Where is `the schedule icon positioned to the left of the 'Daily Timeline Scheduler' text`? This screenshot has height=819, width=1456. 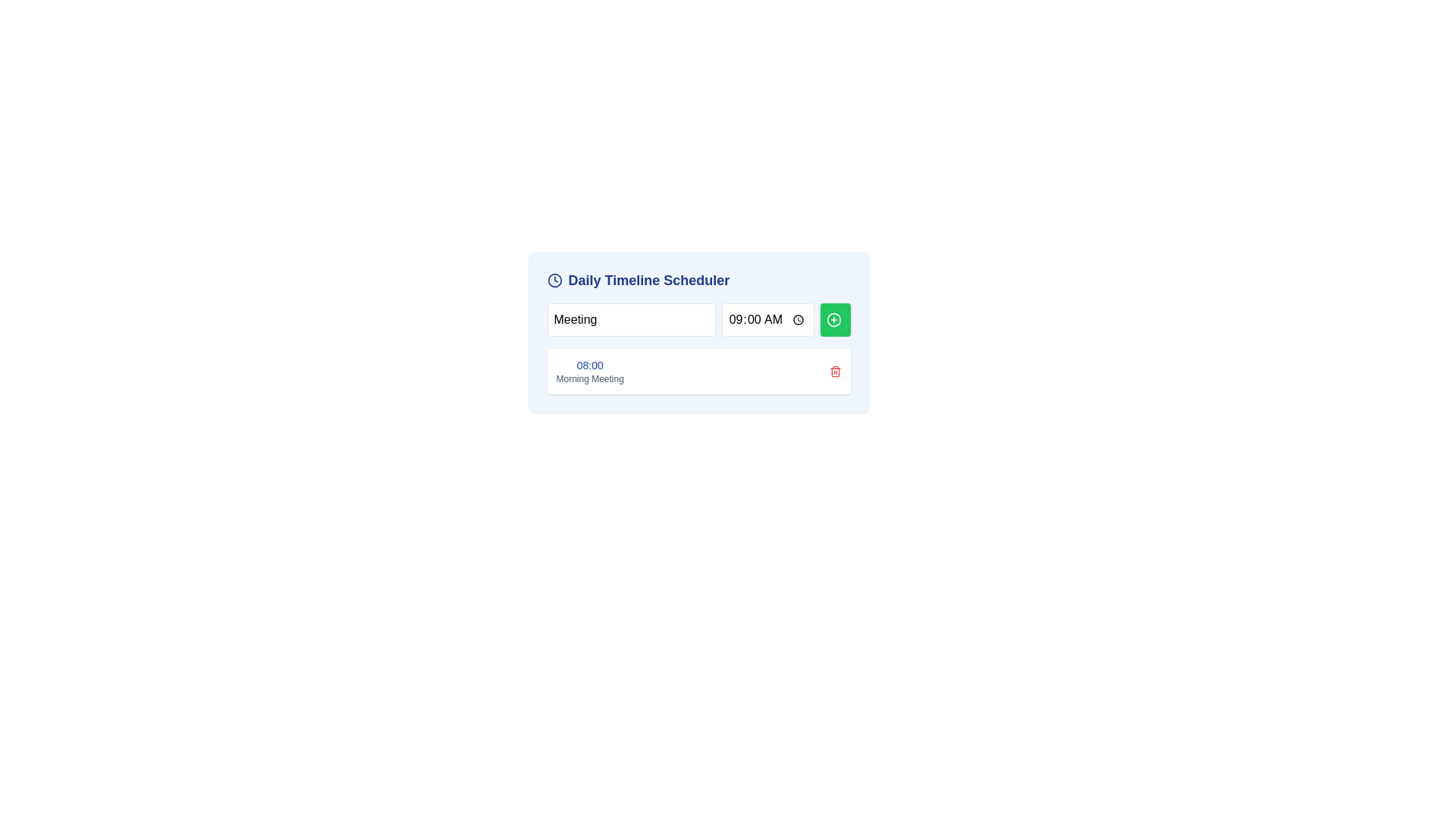 the schedule icon positioned to the left of the 'Daily Timeline Scheduler' text is located at coordinates (554, 281).